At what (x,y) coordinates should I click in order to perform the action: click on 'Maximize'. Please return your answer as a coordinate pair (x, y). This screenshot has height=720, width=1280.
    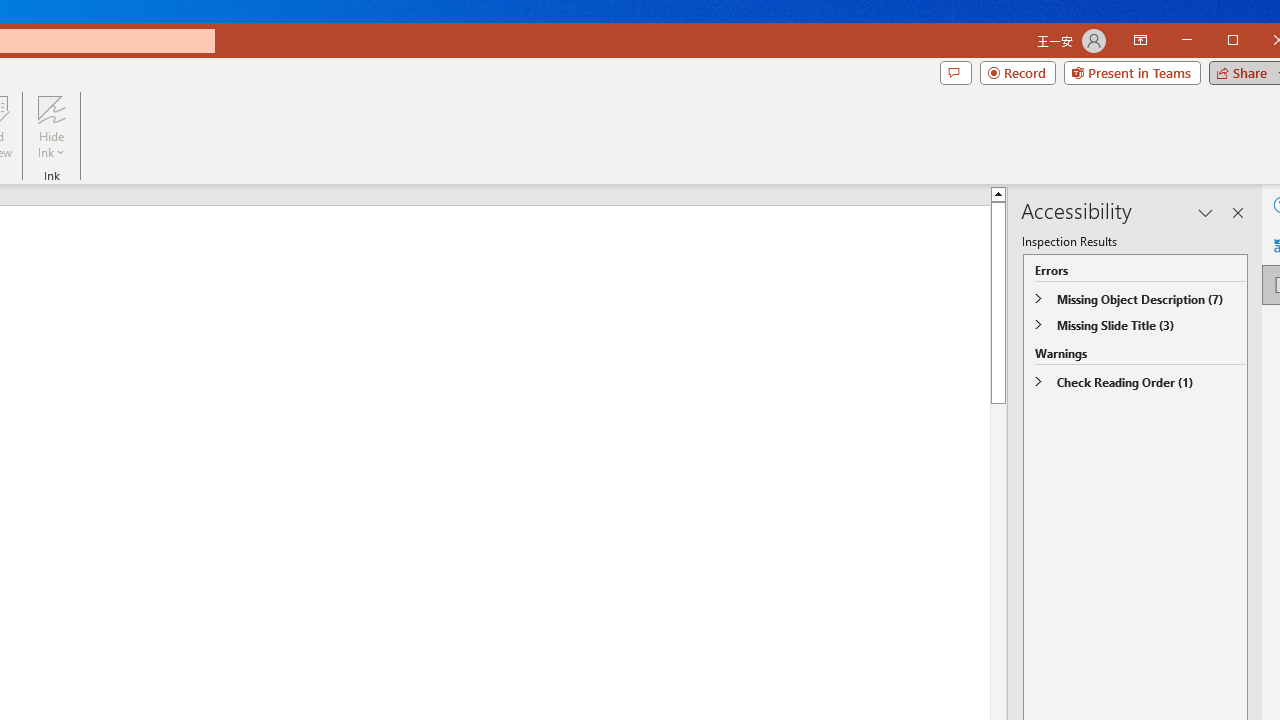
    Looking at the image, I should click on (1261, 42).